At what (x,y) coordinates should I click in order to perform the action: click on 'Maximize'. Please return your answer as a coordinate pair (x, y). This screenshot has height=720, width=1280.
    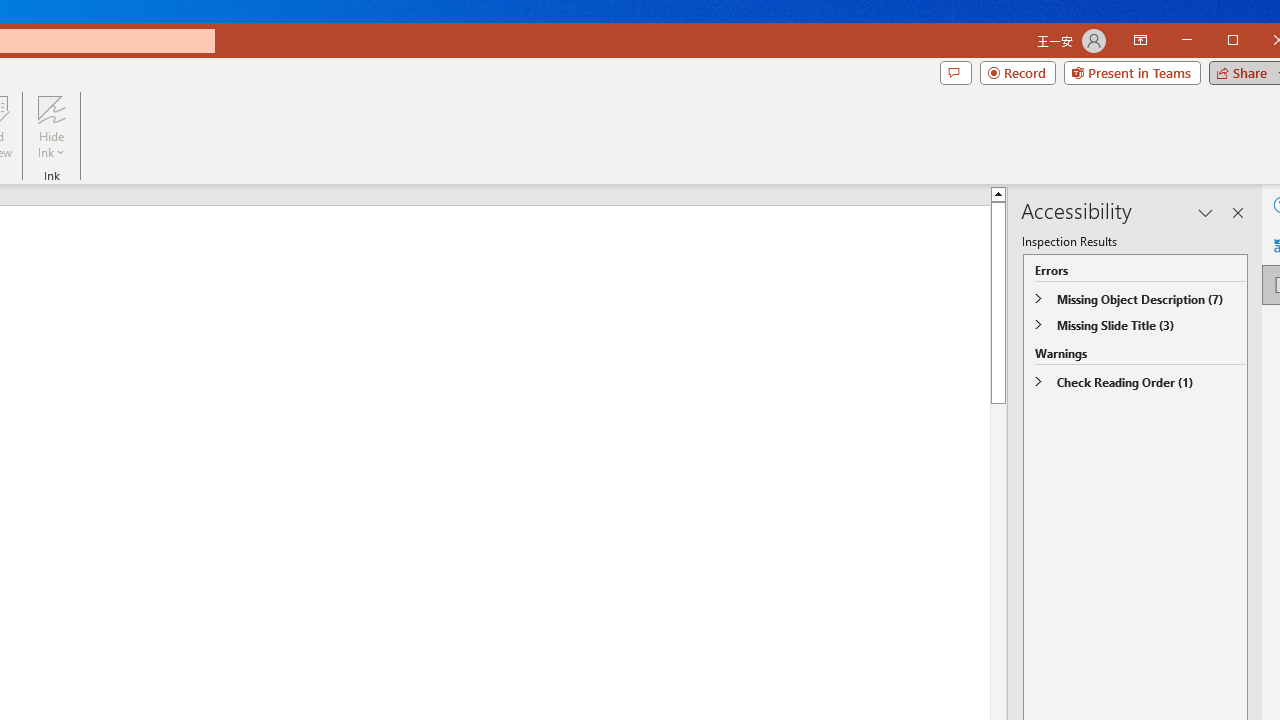
    Looking at the image, I should click on (1261, 42).